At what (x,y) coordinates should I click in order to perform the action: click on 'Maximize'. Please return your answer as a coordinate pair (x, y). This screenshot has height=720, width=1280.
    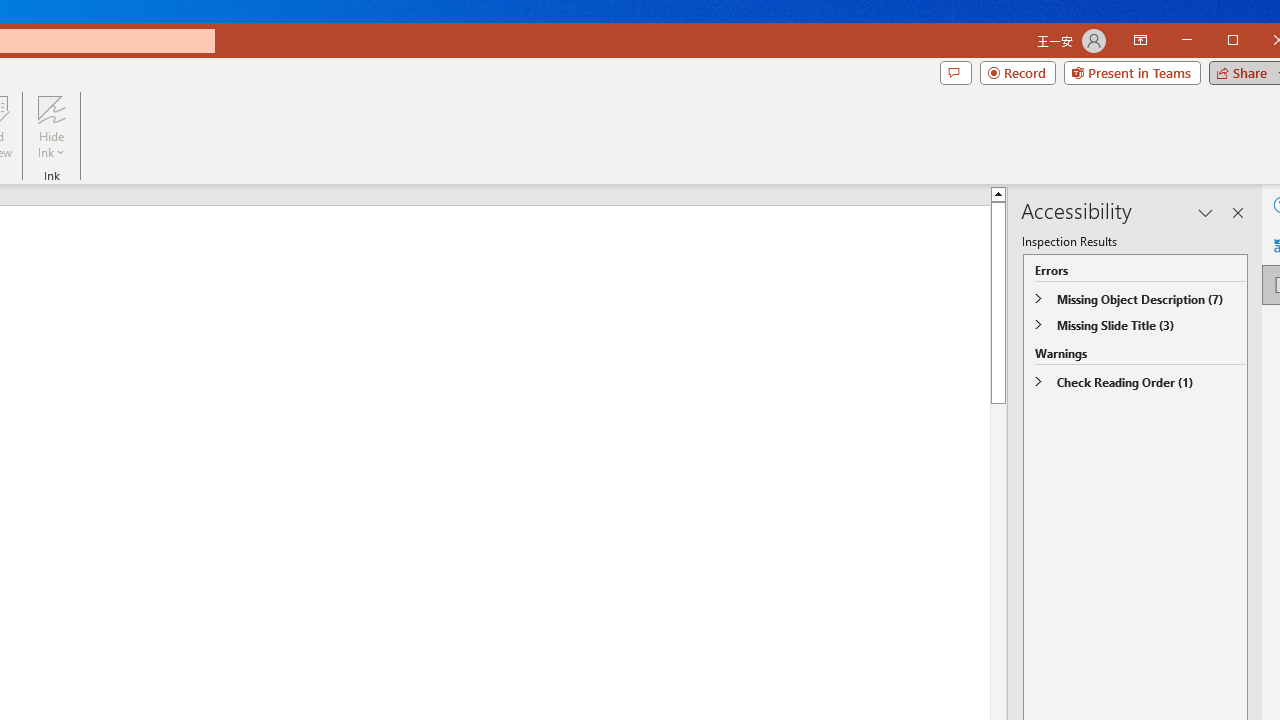
    Looking at the image, I should click on (1261, 42).